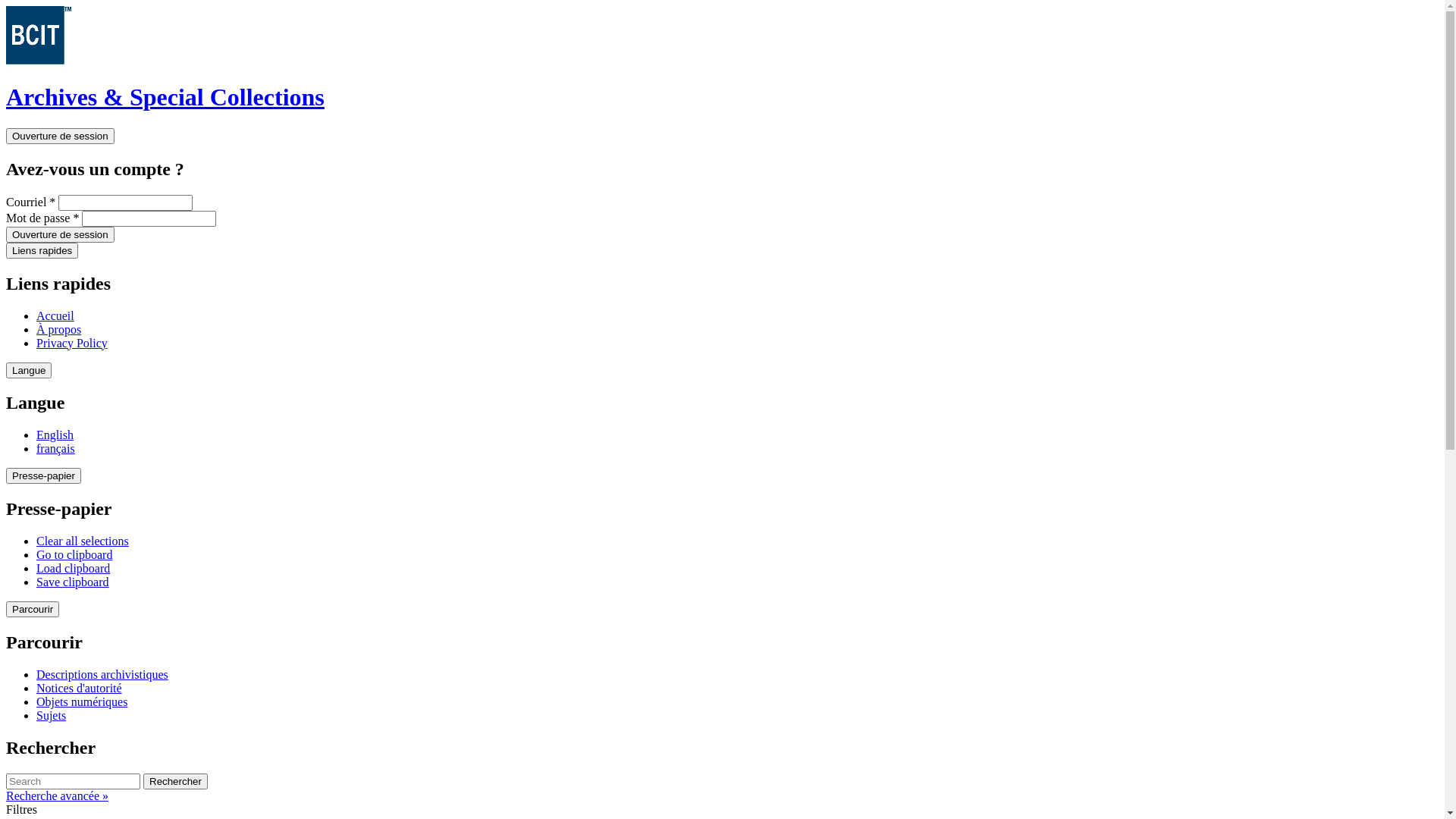 This screenshot has height=819, width=1456. What do you see at coordinates (72, 568) in the screenshot?
I see `'Load clipboard'` at bounding box center [72, 568].